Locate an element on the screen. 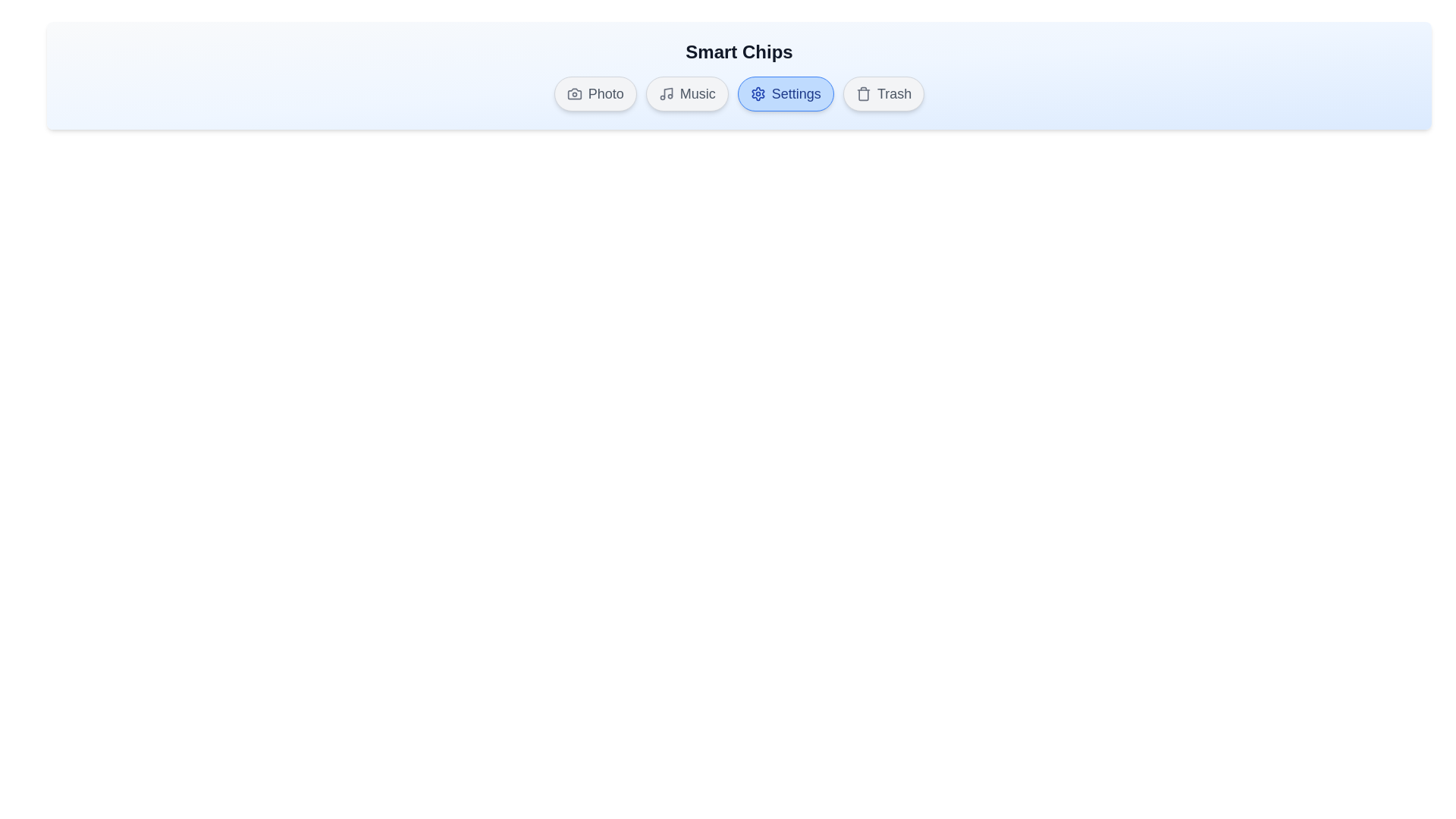 This screenshot has width=1456, height=819. the chip labeled 'Settings' to observe its hover effect is located at coordinates (786, 93).